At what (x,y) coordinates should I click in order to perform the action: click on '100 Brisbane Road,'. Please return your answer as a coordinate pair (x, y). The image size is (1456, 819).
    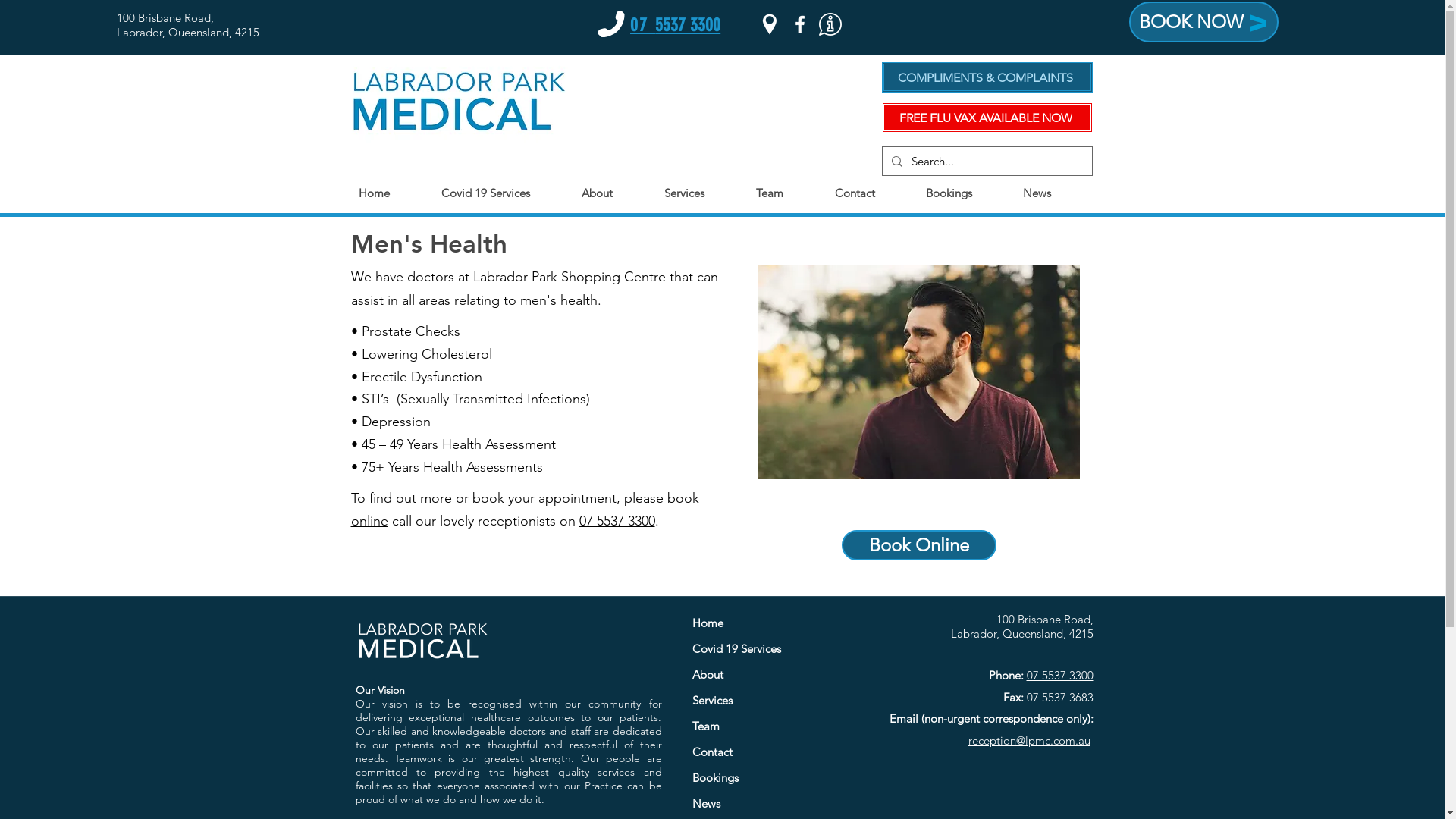
    Looking at the image, I should click on (165, 17).